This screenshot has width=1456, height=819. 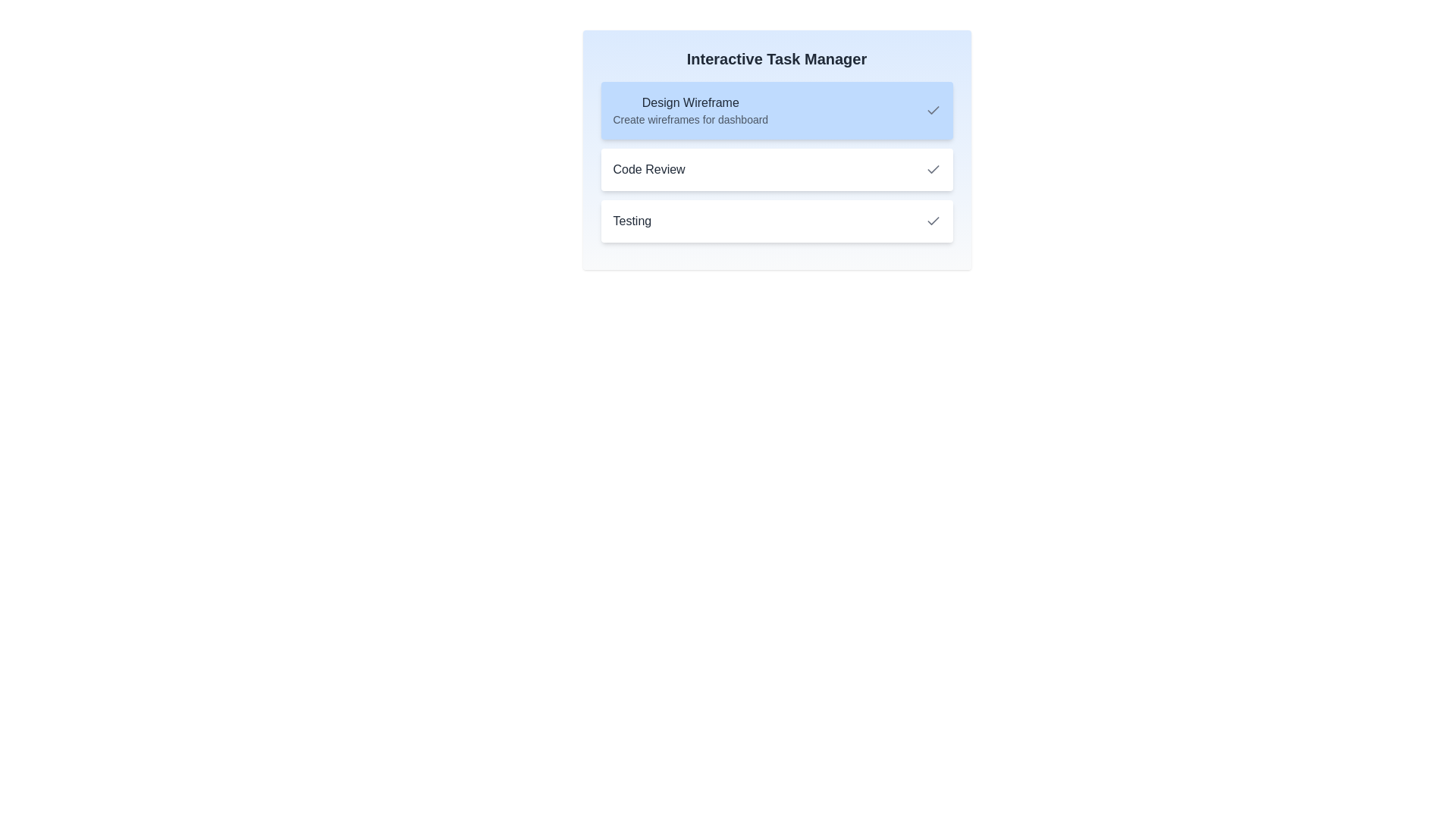 What do you see at coordinates (777, 110) in the screenshot?
I see `the task 'Design Wireframe' to view its details` at bounding box center [777, 110].